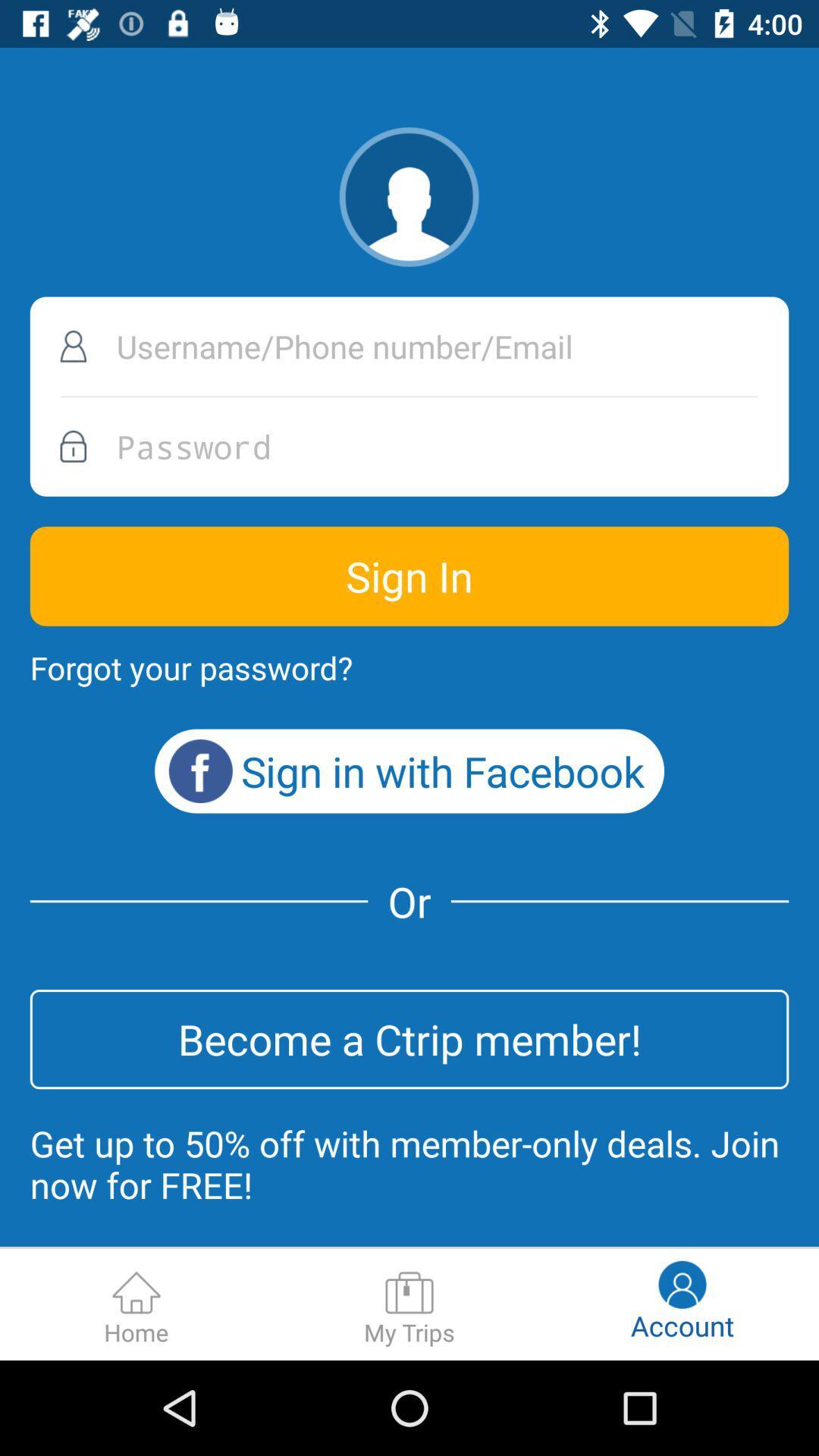  Describe the element at coordinates (409, 346) in the screenshot. I see `insert the login` at that location.